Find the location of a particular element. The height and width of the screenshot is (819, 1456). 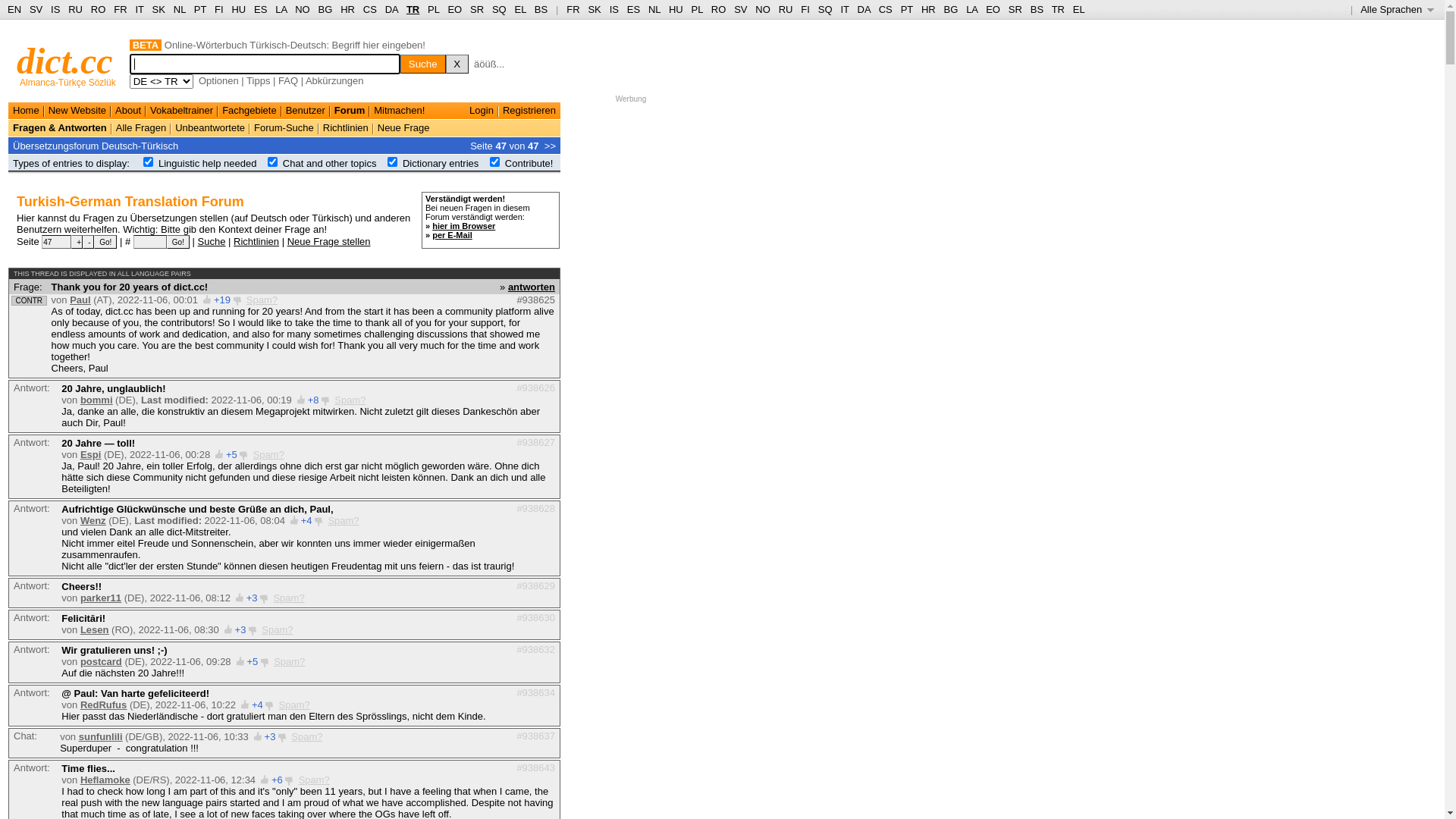

'SQ' is located at coordinates (824, 9).